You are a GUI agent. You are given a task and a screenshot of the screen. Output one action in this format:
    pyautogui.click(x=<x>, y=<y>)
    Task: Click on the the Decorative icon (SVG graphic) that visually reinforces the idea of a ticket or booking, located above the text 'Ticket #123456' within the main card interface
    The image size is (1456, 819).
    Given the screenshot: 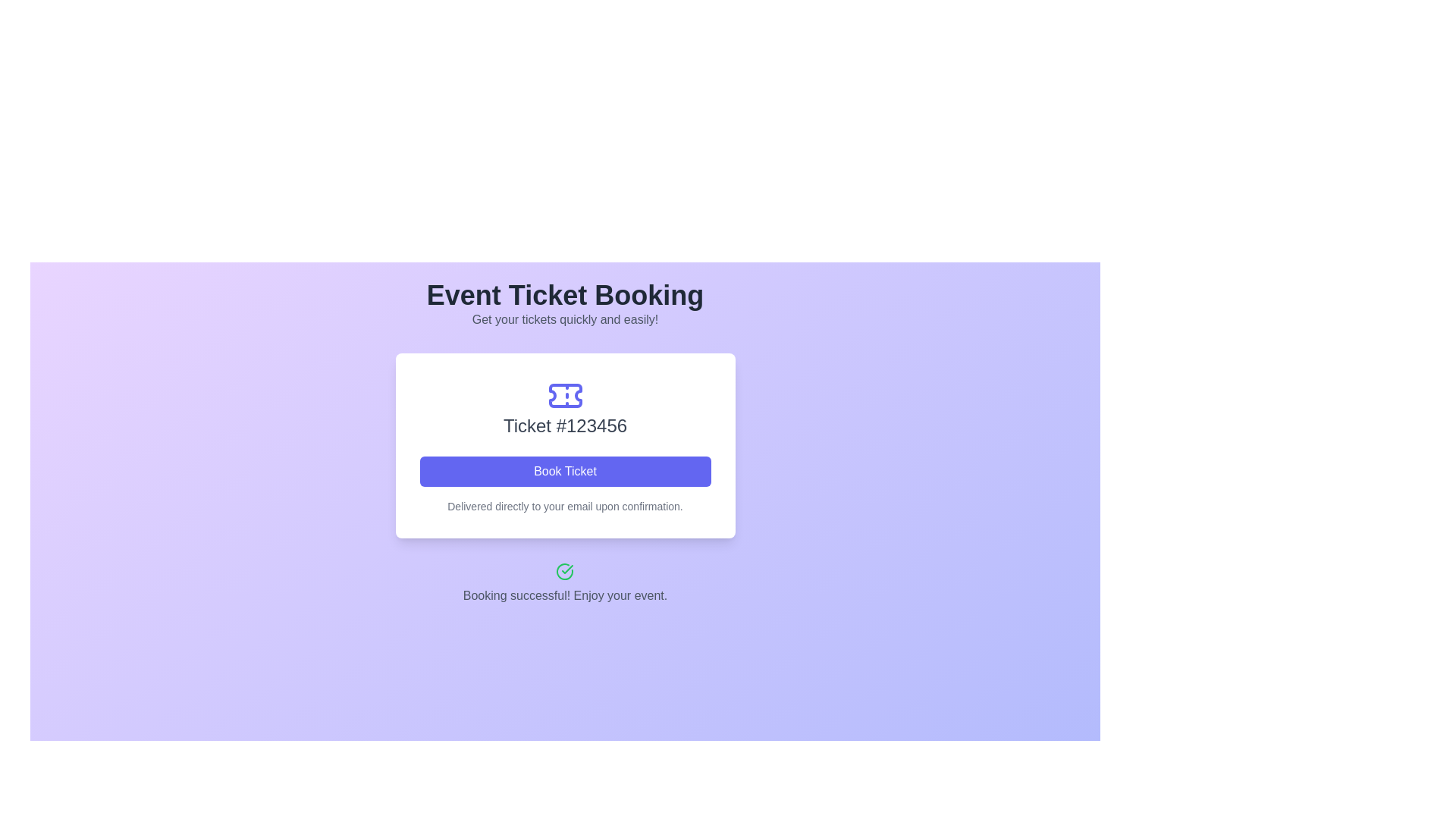 What is the action you would take?
    pyautogui.click(x=564, y=394)
    